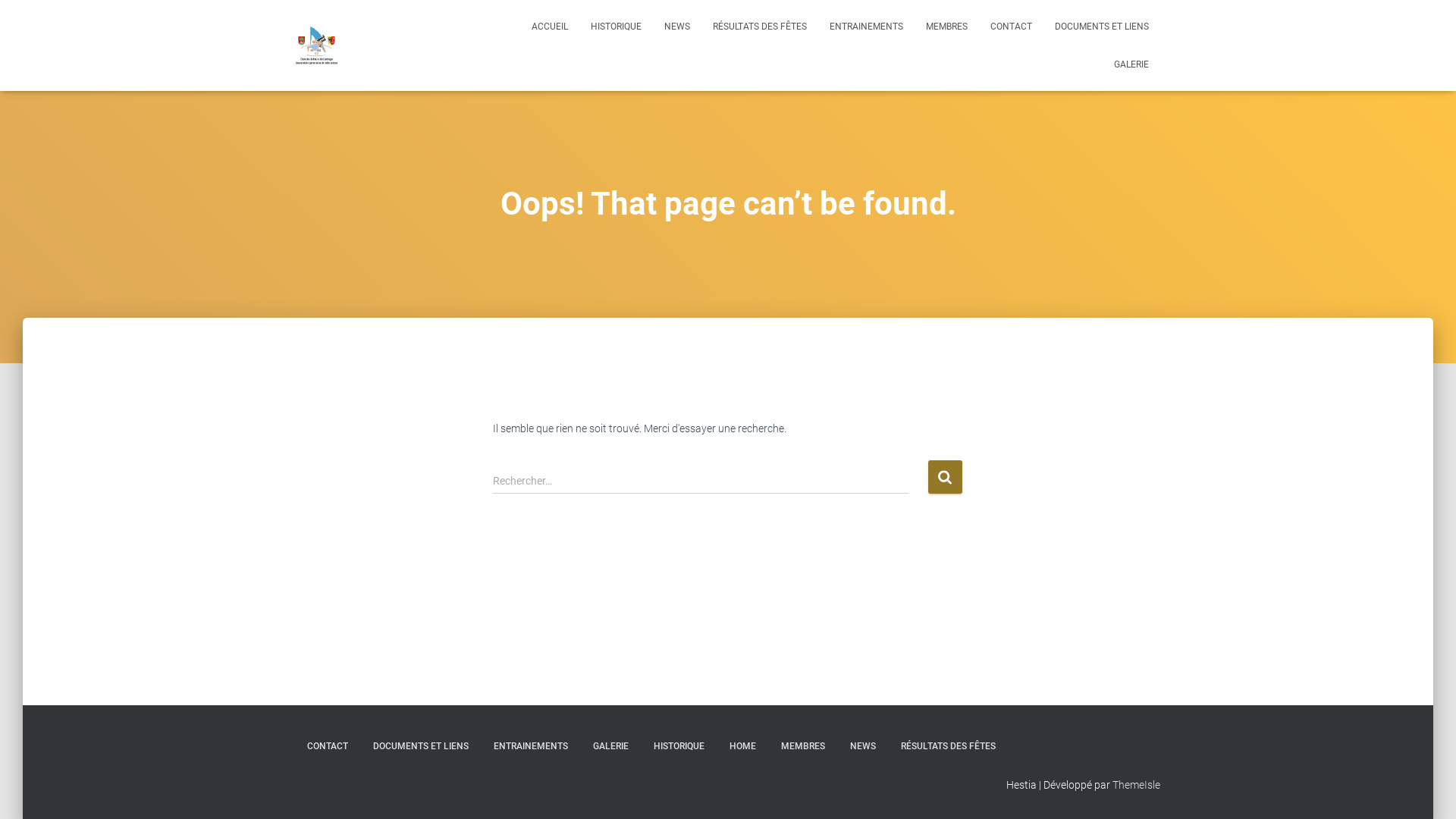 This screenshot has height=819, width=1456. Describe the element at coordinates (548, 26) in the screenshot. I see `'ACCUEIL'` at that location.